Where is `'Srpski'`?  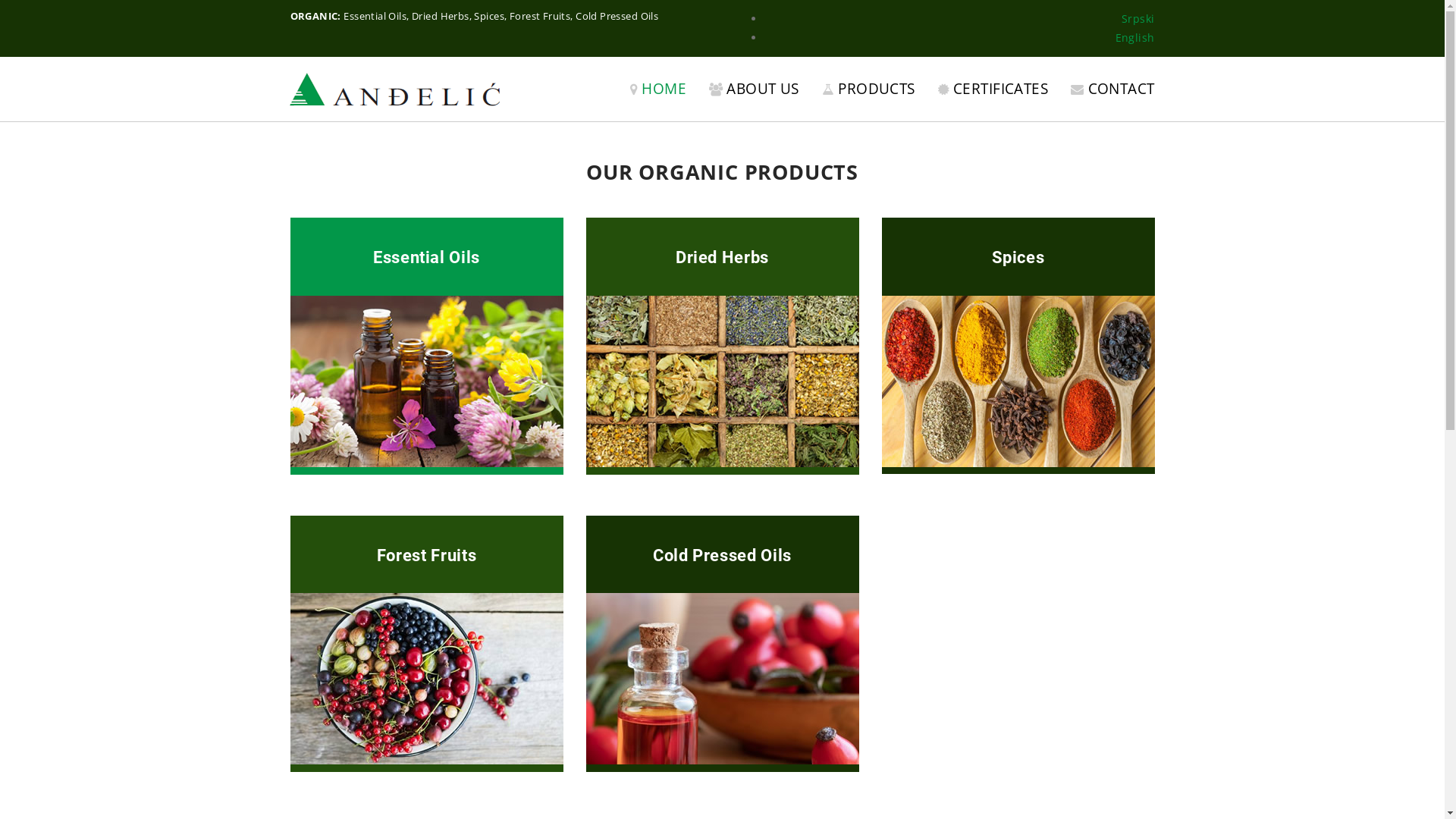 'Srpski' is located at coordinates (1121, 18).